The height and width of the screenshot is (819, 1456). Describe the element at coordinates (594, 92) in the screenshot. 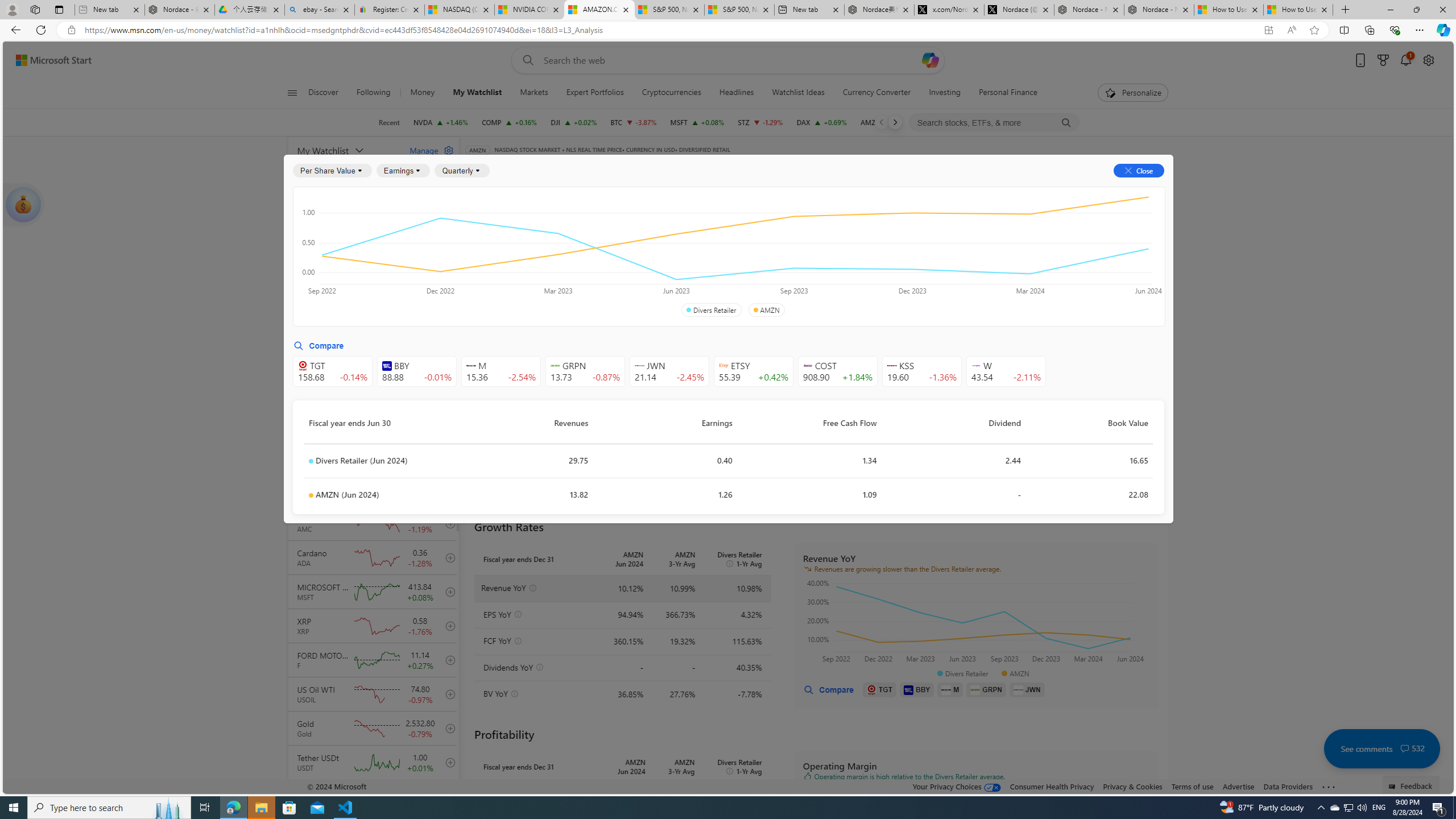

I see `'Expert Portfolios'` at that location.